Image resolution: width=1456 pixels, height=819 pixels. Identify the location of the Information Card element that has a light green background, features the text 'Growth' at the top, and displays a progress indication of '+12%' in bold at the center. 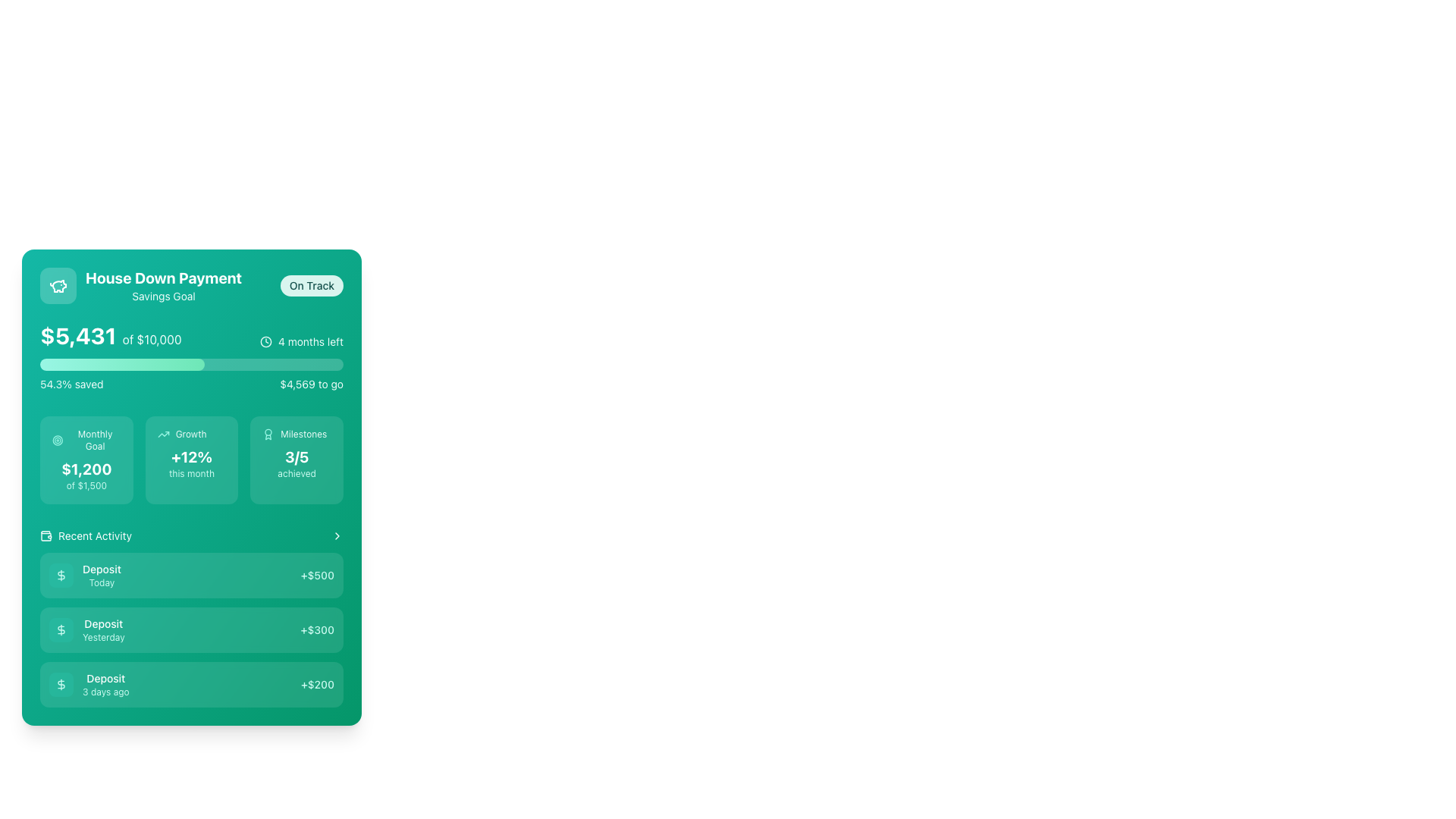
(191, 459).